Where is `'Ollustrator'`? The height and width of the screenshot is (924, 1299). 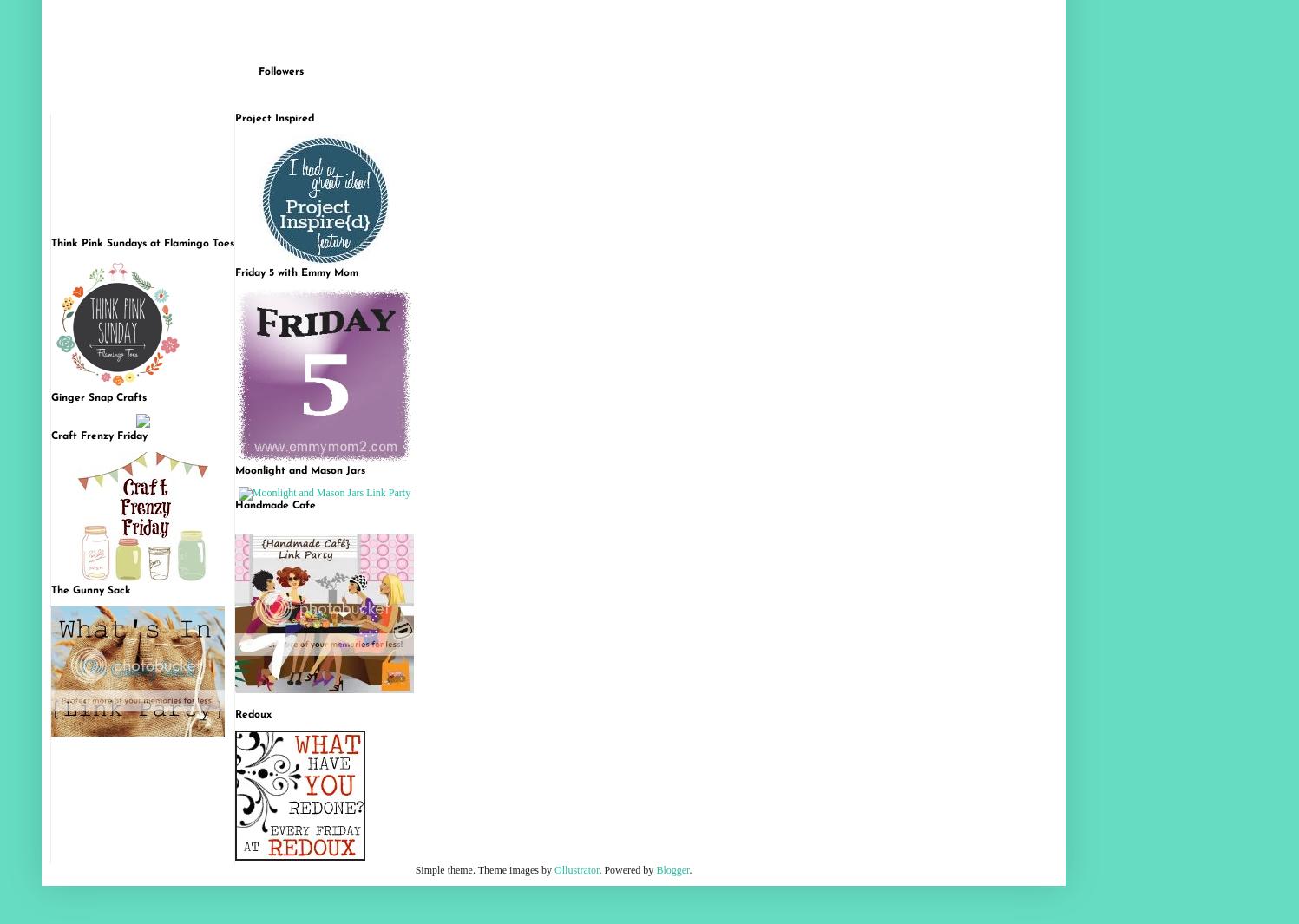 'Ollustrator' is located at coordinates (576, 870).